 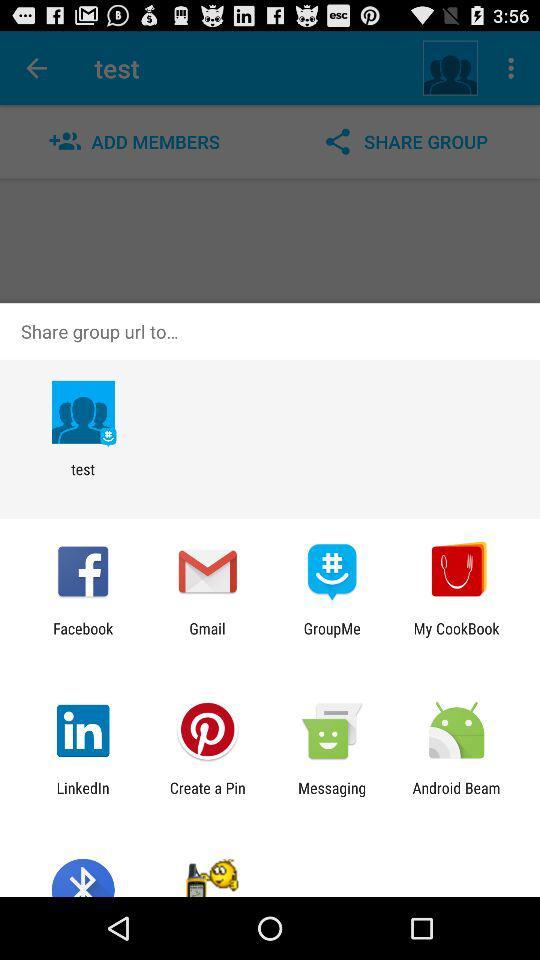 I want to click on app next to the create a pin, so click(x=82, y=796).